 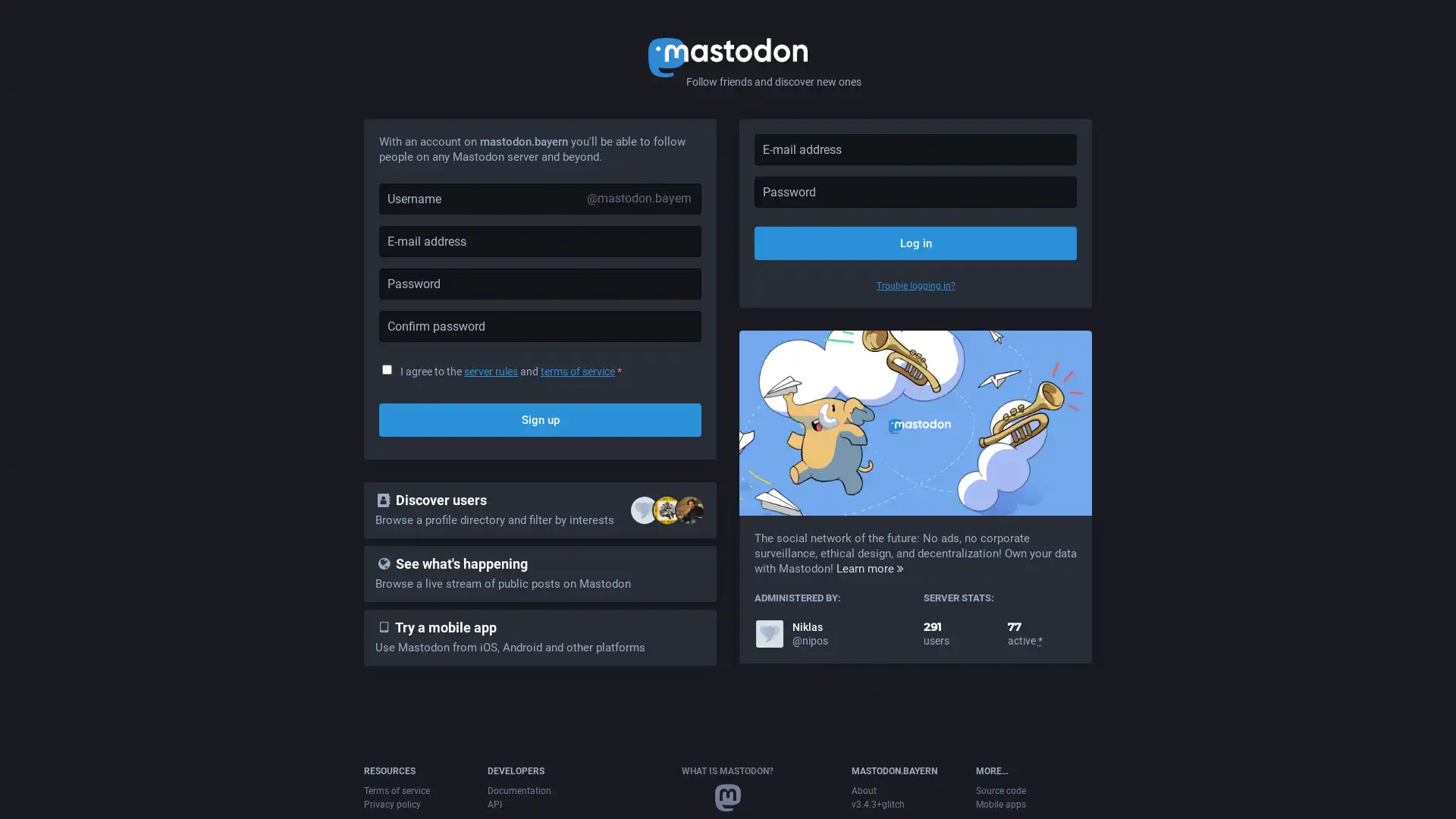 I want to click on Log in, so click(x=915, y=242).